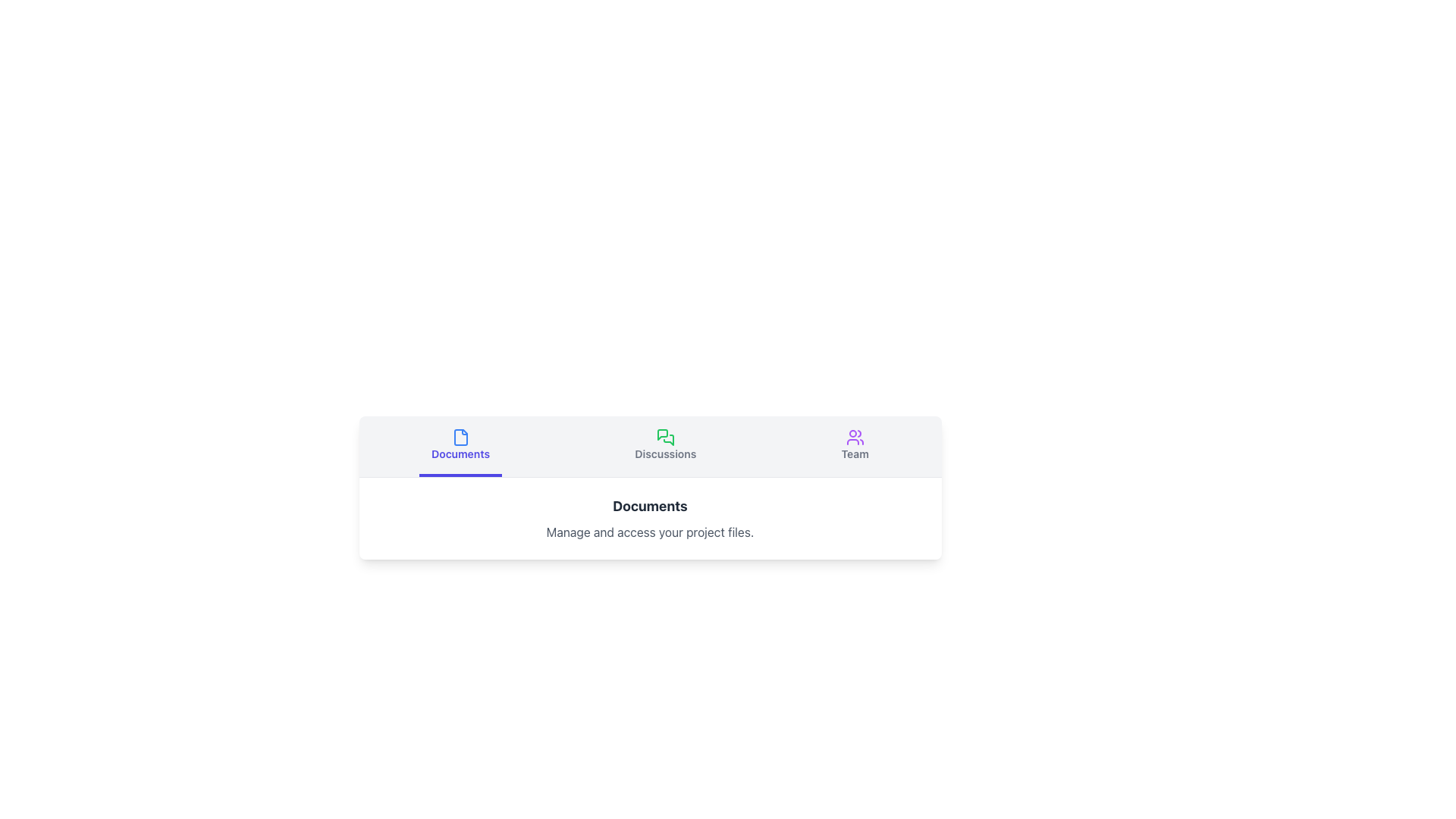 Image resolution: width=1456 pixels, height=819 pixels. What do you see at coordinates (460, 437) in the screenshot?
I see `the 'Documents' tab icon, which is the first in a horizontal tab group and serves as a visual indicator for the active state` at bounding box center [460, 437].